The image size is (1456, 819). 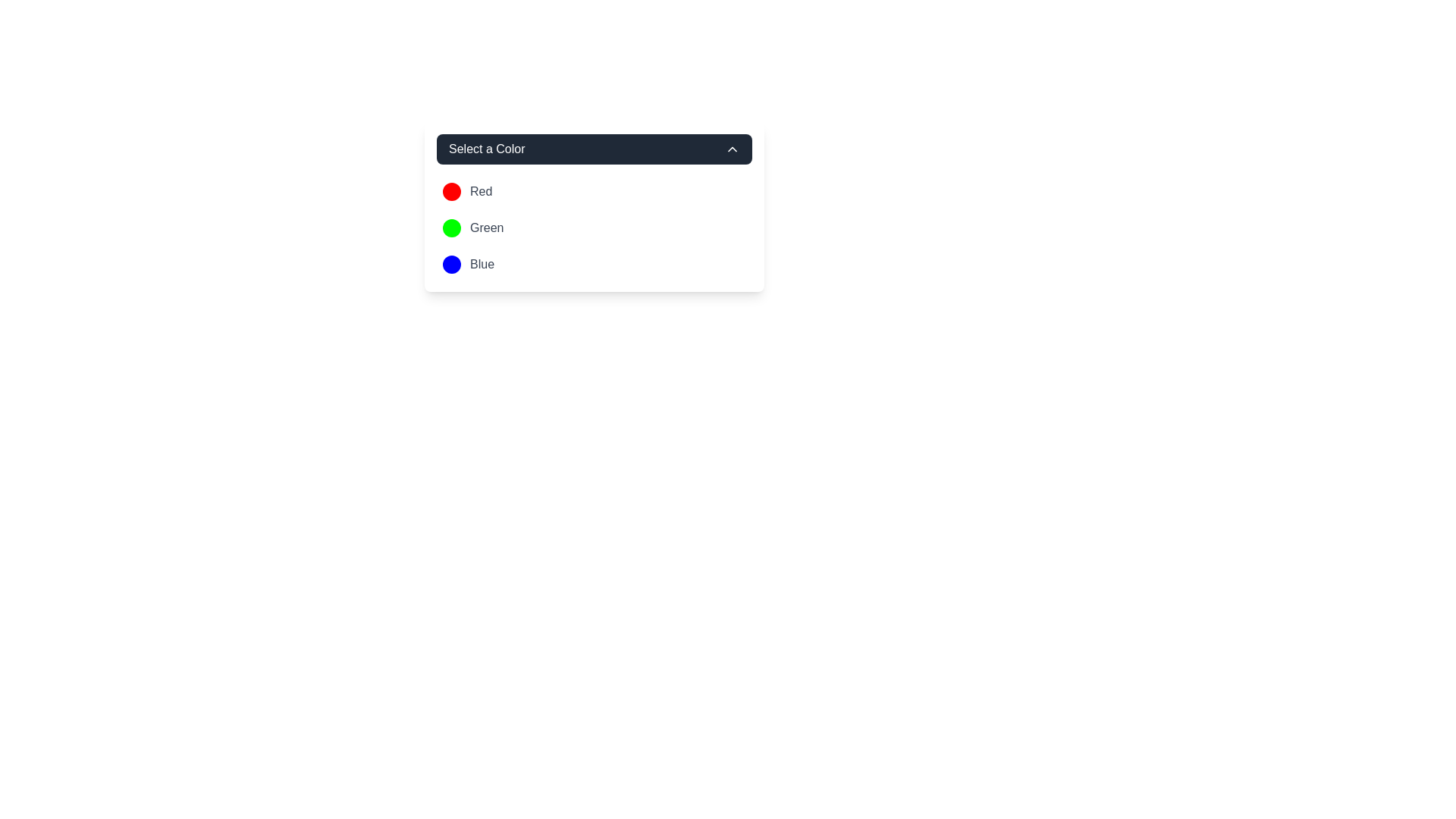 I want to click on keyboard navigation, so click(x=472, y=227).